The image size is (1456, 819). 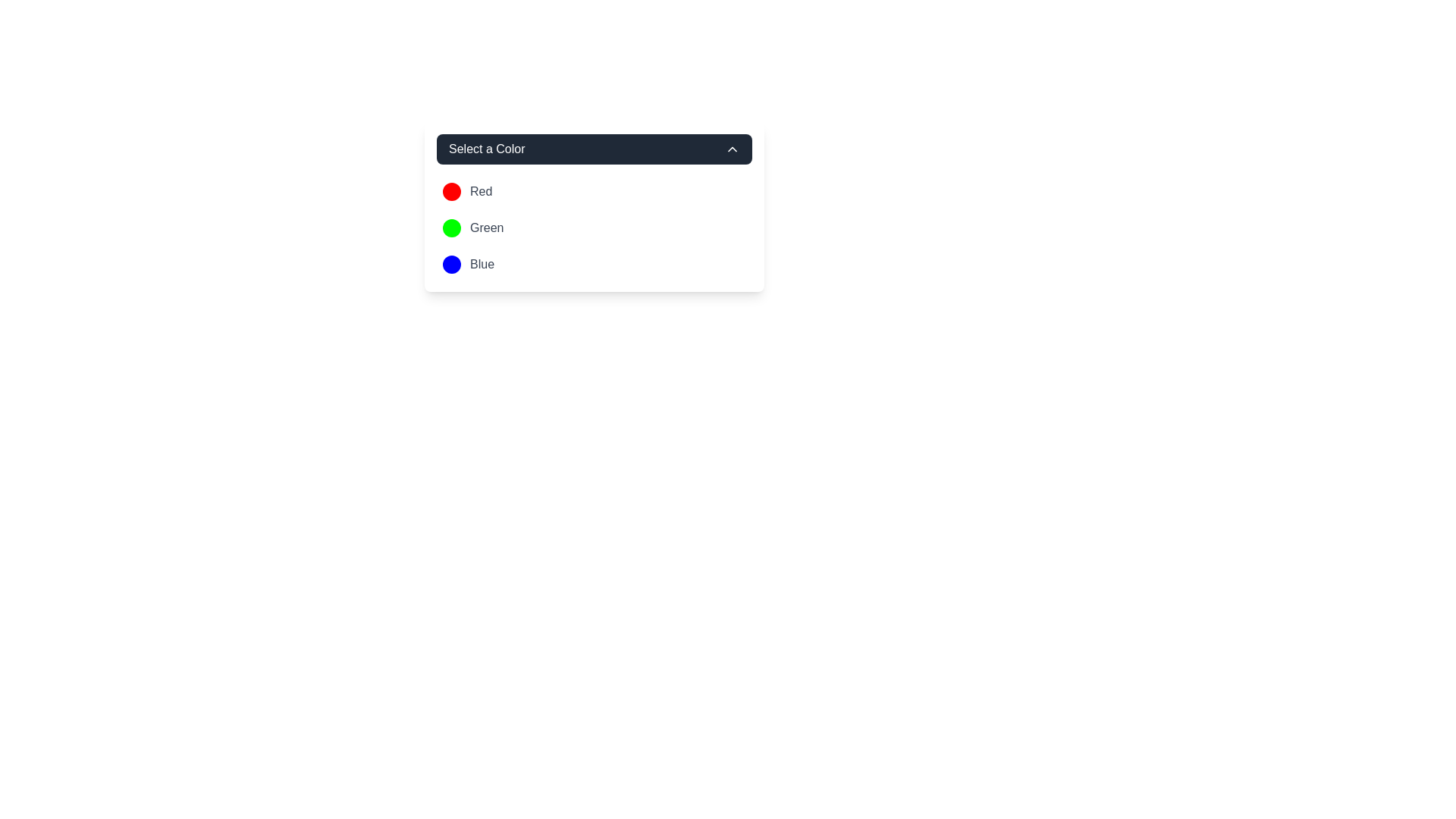 I want to click on keyboard navigation, so click(x=472, y=227).